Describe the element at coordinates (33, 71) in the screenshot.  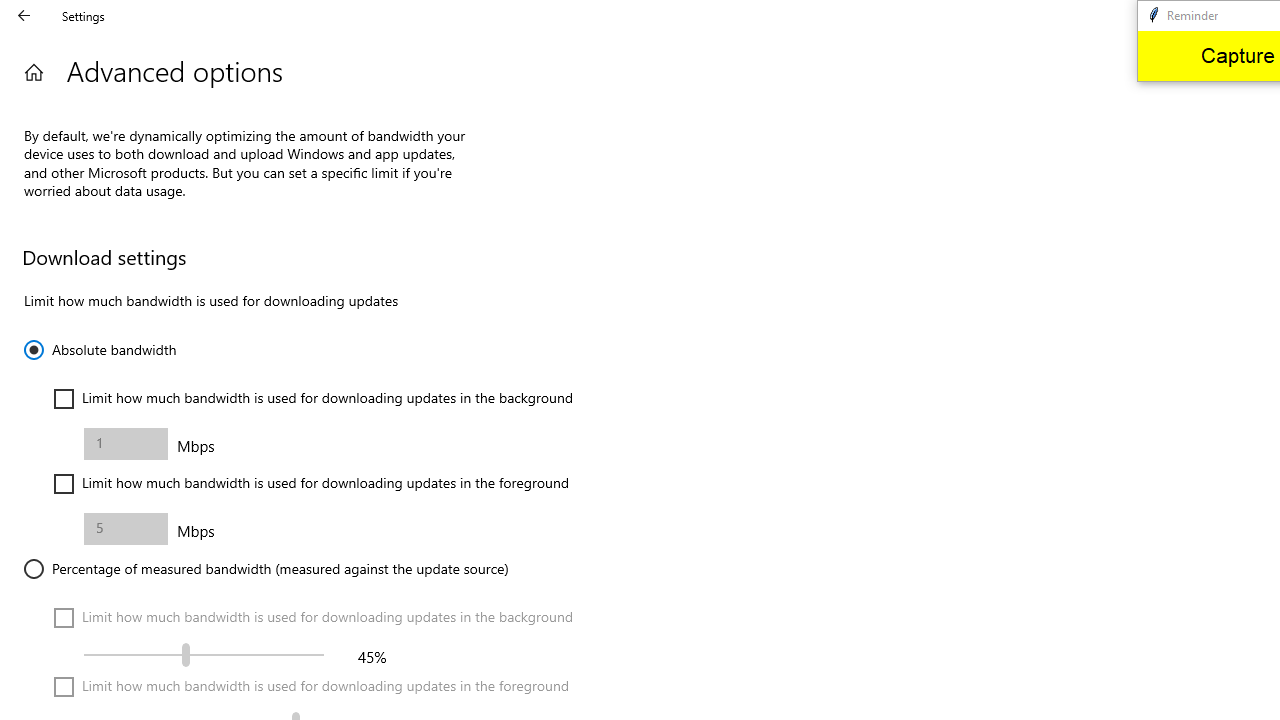
I see `'Home'` at that location.